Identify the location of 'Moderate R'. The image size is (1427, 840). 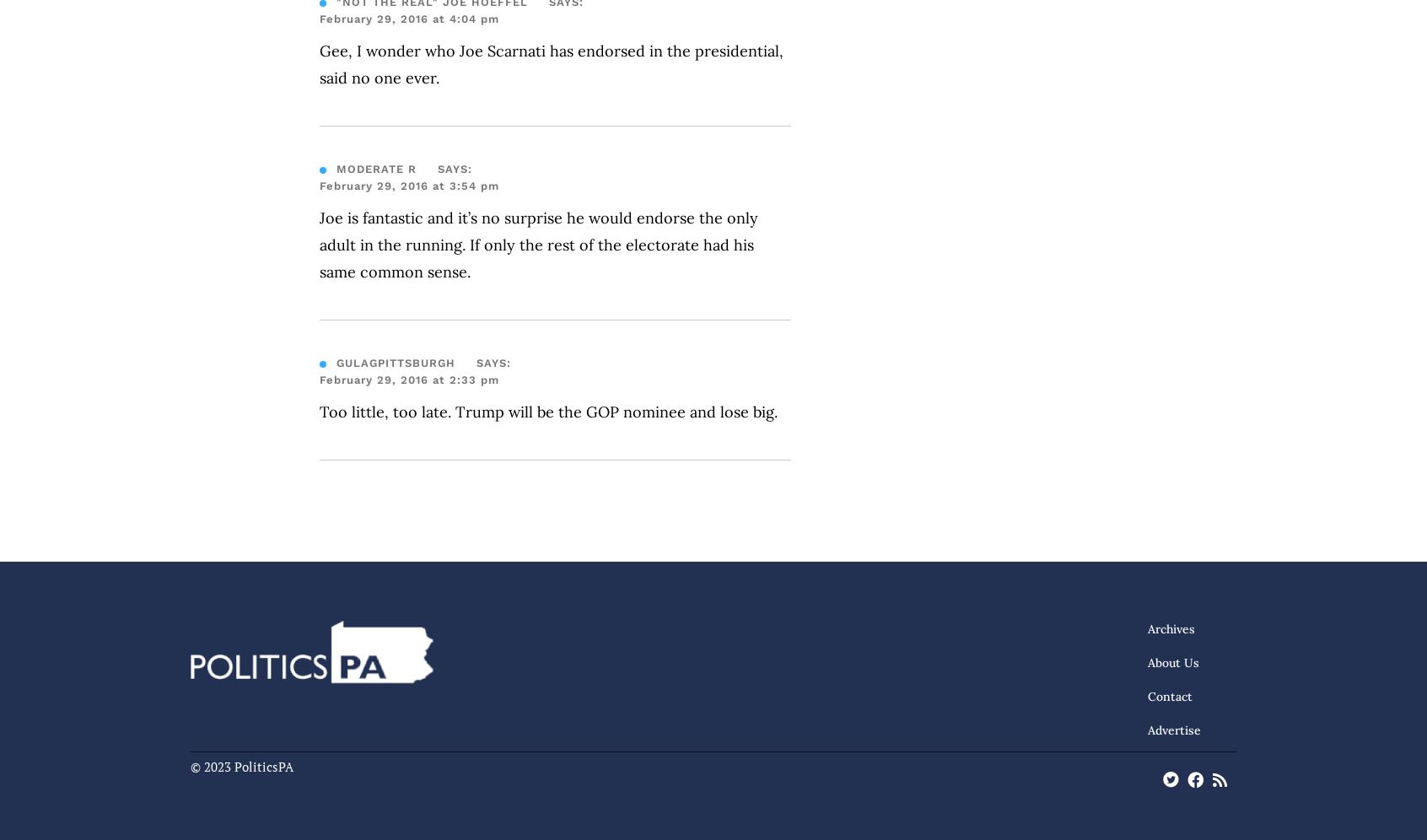
(336, 169).